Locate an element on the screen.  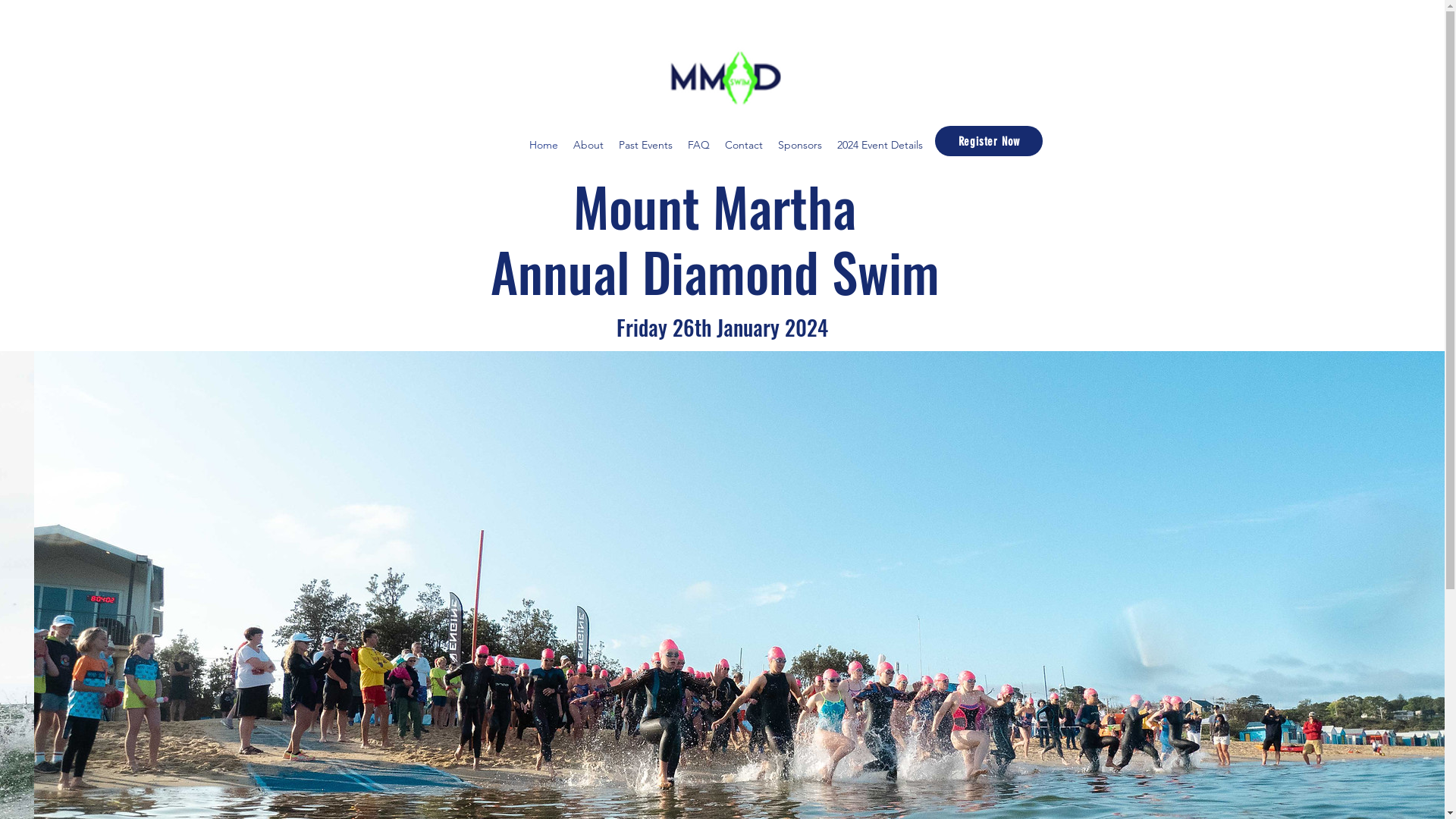
'Past Events' is located at coordinates (645, 145).